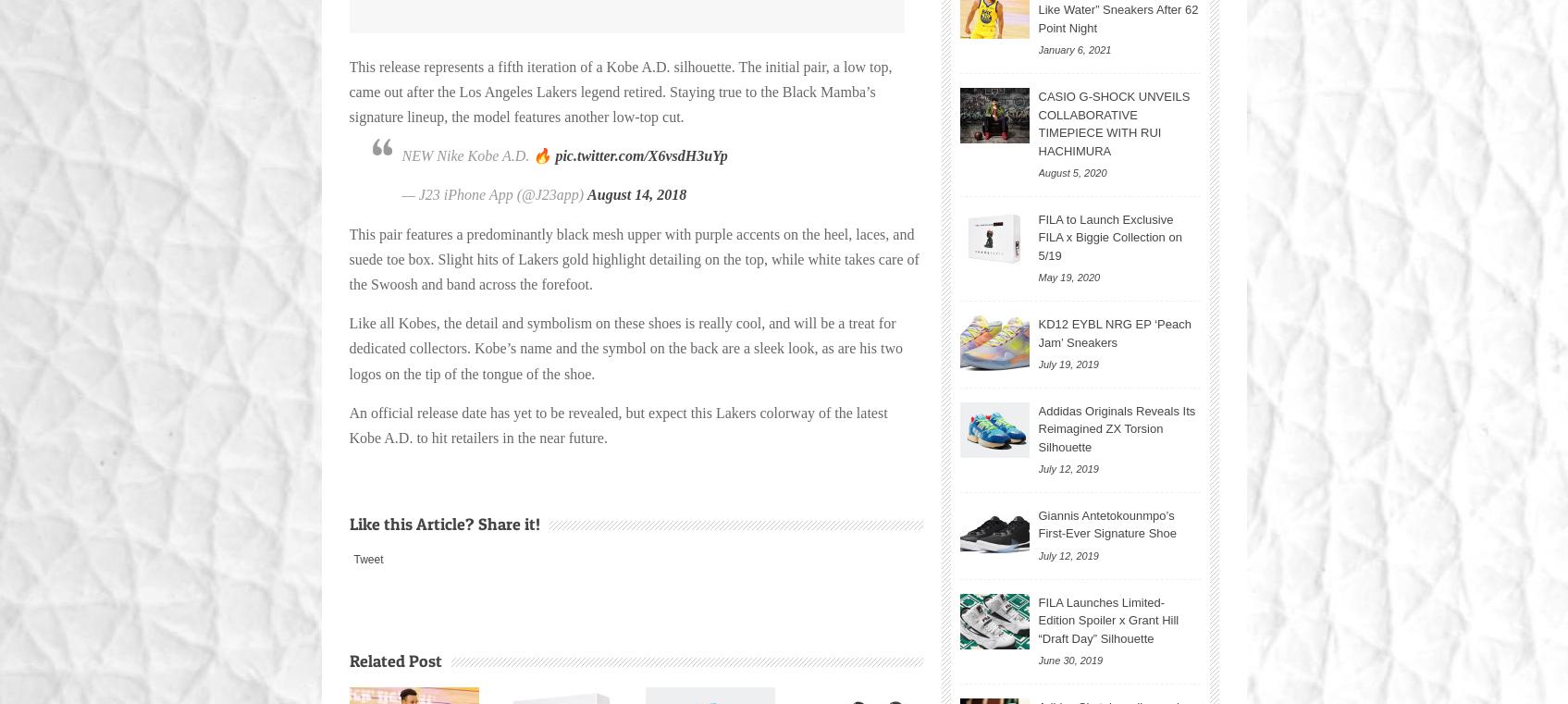  What do you see at coordinates (476, 154) in the screenshot?
I see `'NEW Nike Kobe A.D. 🔥'` at bounding box center [476, 154].